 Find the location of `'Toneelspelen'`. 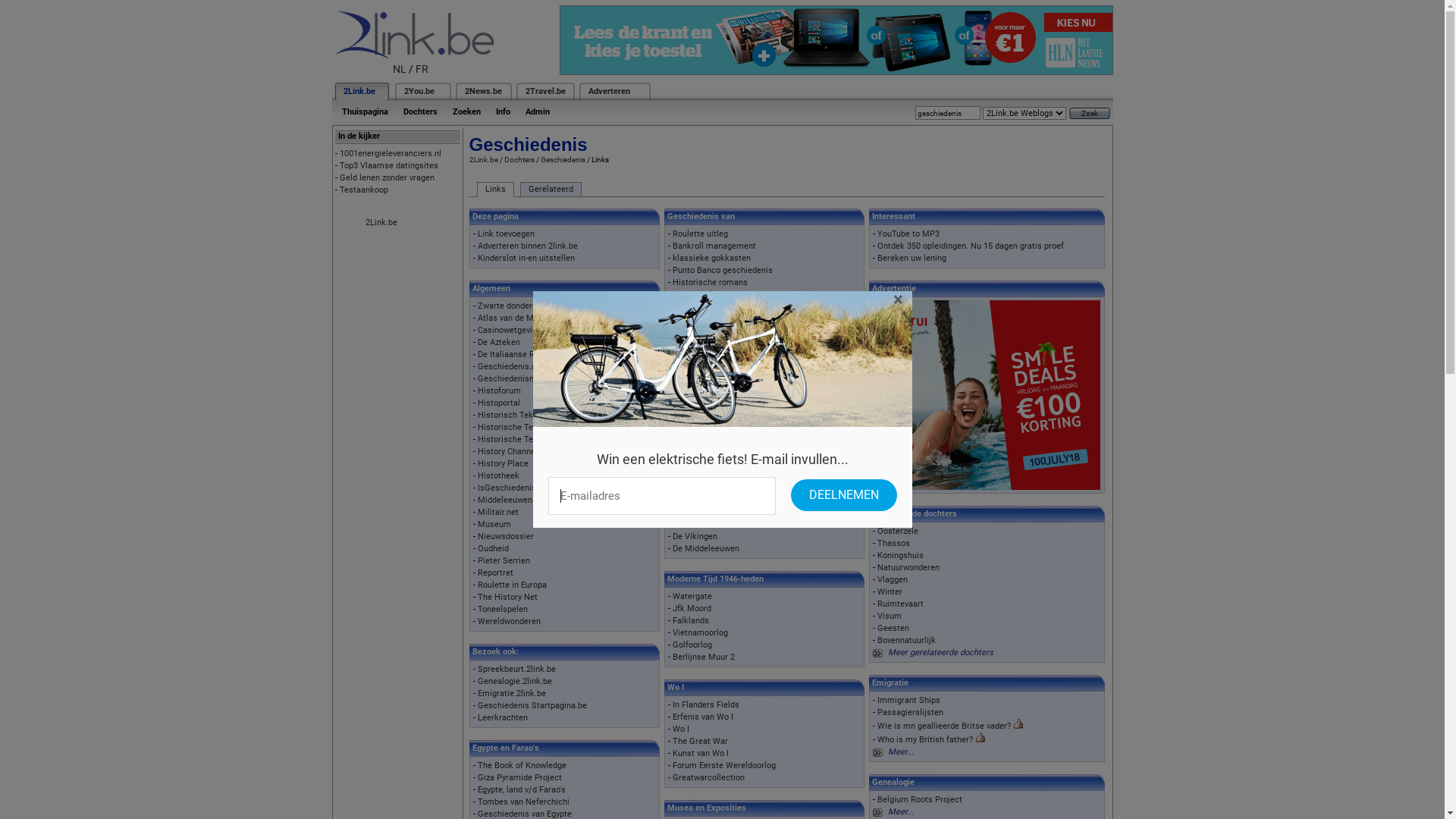

'Toneelspelen' is located at coordinates (502, 608).